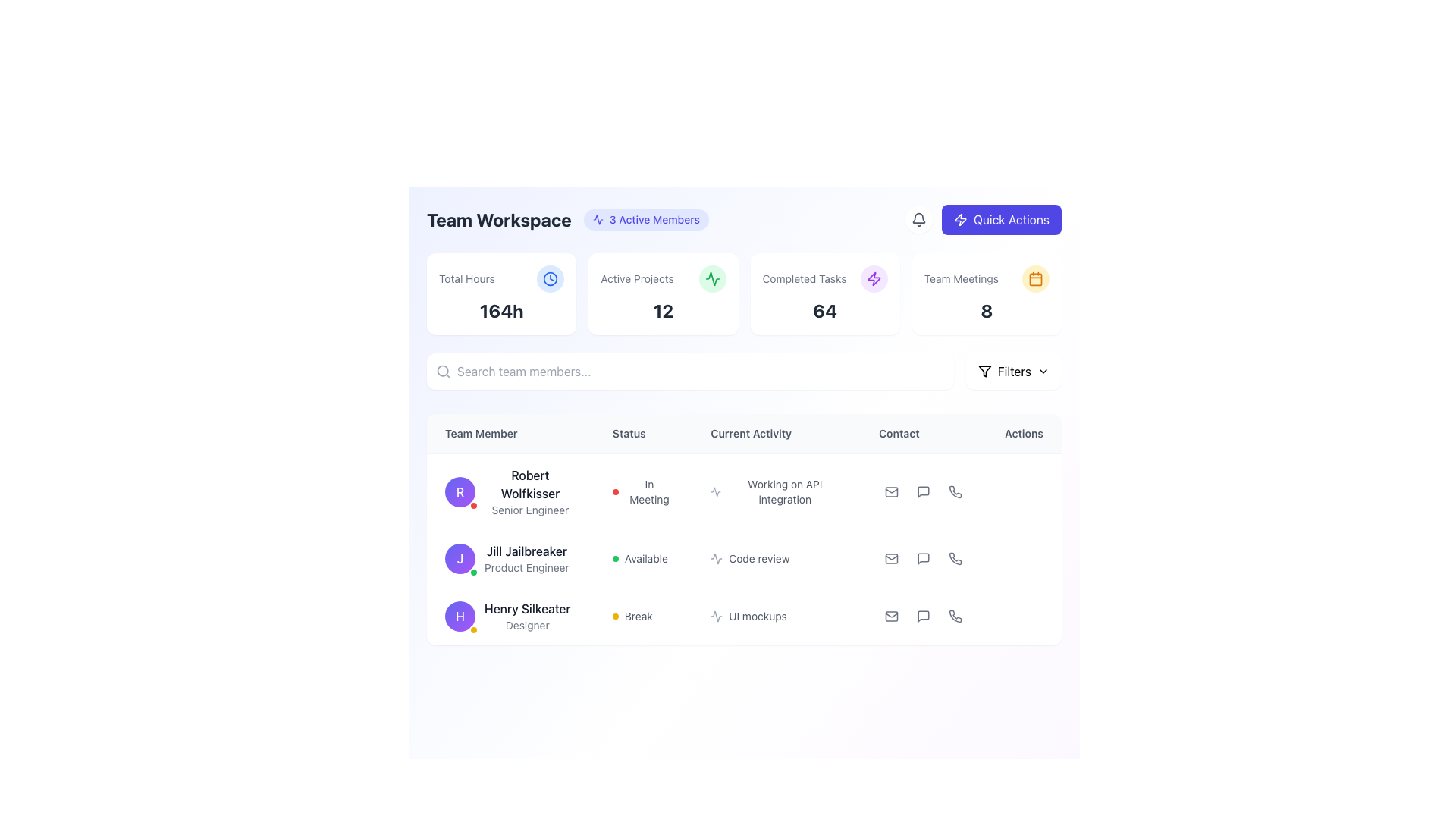  I want to click on the circular icon with a light blue background and a clock symbol, which is located in the top right of the 'Total Hours' information card, so click(550, 278).